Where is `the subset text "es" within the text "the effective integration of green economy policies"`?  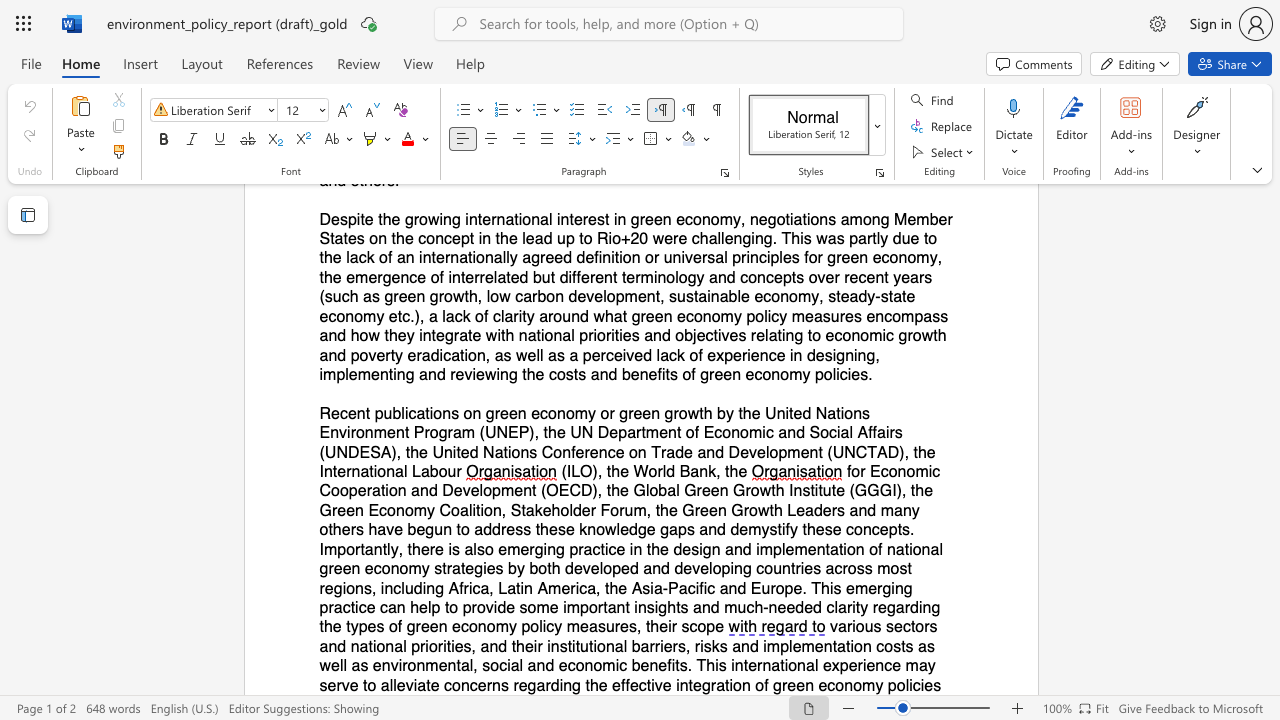 the subset text "es" within the text "the effective integration of green economy policies" is located at coordinates (923, 684).